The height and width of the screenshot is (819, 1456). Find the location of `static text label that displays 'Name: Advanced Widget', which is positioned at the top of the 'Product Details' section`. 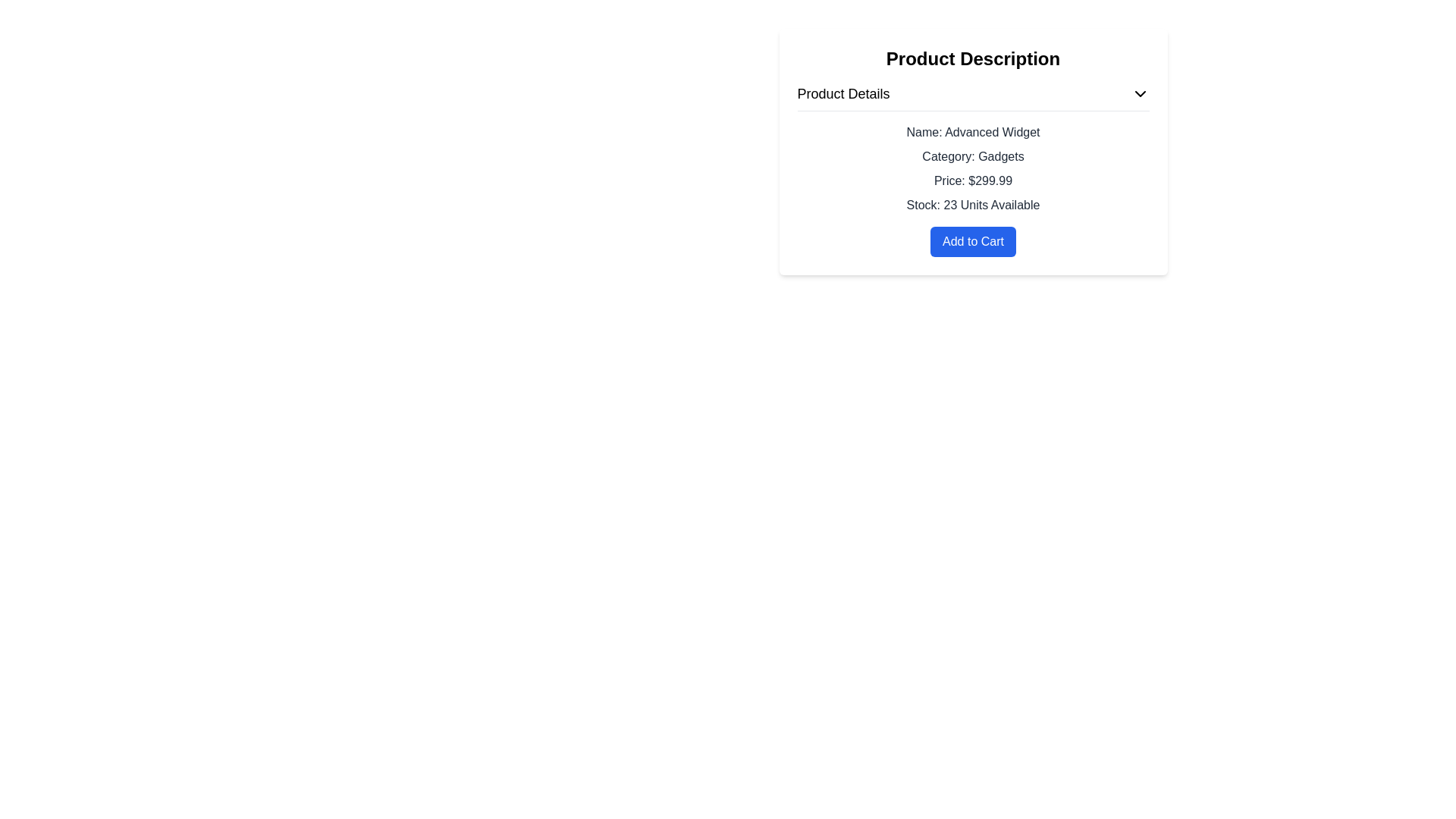

static text label that displays 'Name: Advanced Widget', which is positioned at the top of the 'Product Details' section is located at coordinates (973, 131).